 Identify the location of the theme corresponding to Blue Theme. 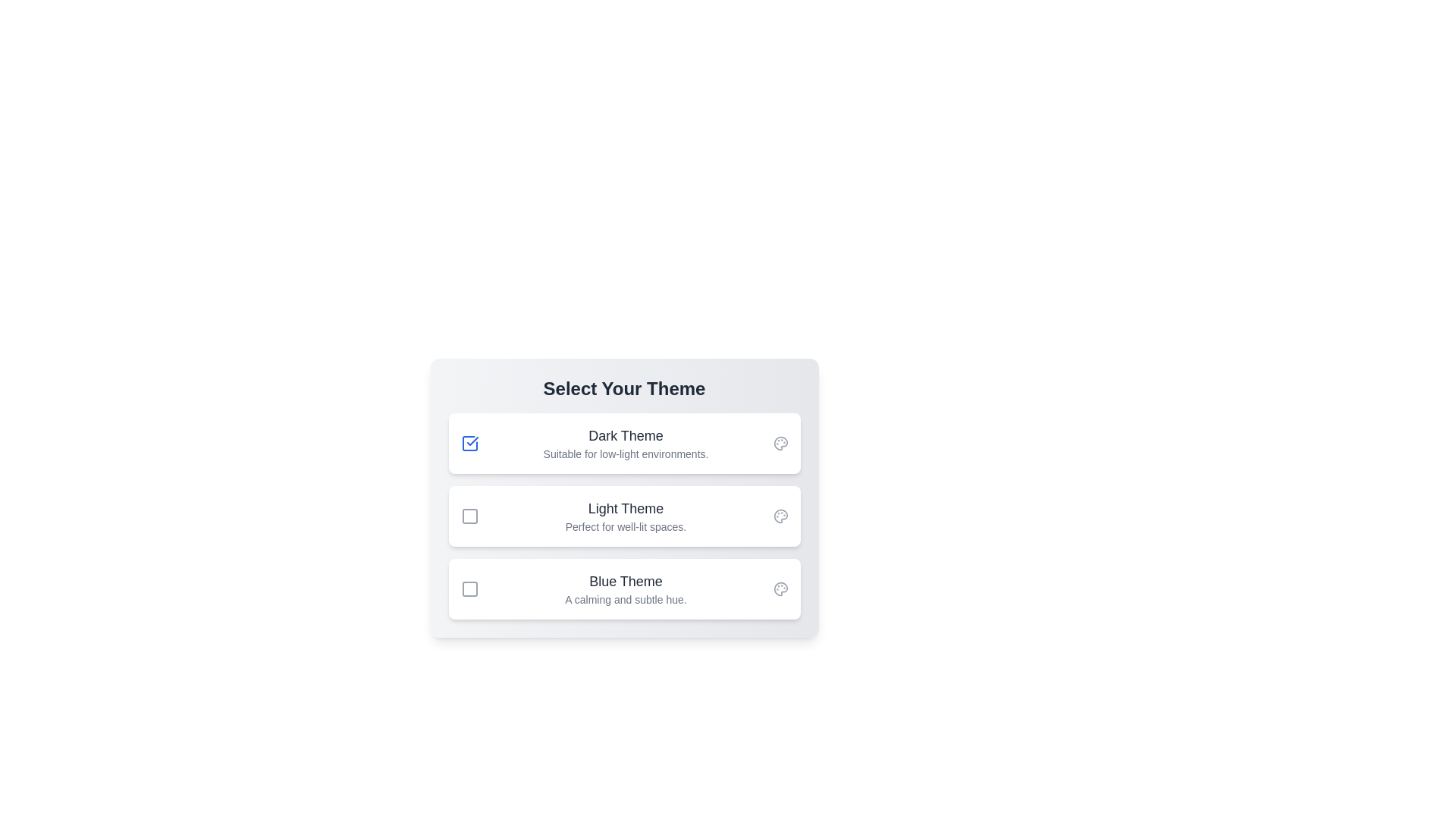
(469, 588).